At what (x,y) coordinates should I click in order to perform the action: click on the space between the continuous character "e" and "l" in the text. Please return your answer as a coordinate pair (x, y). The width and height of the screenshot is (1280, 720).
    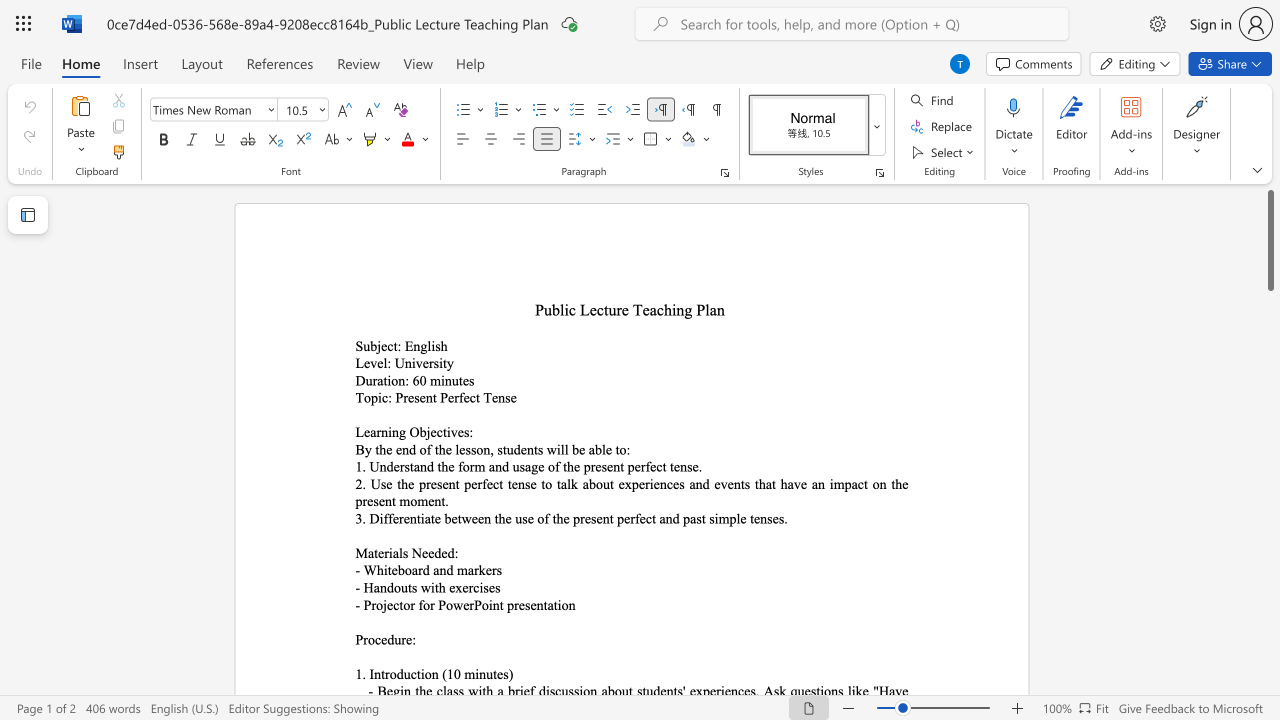
    Looking at the image, I should click on (382, 363).